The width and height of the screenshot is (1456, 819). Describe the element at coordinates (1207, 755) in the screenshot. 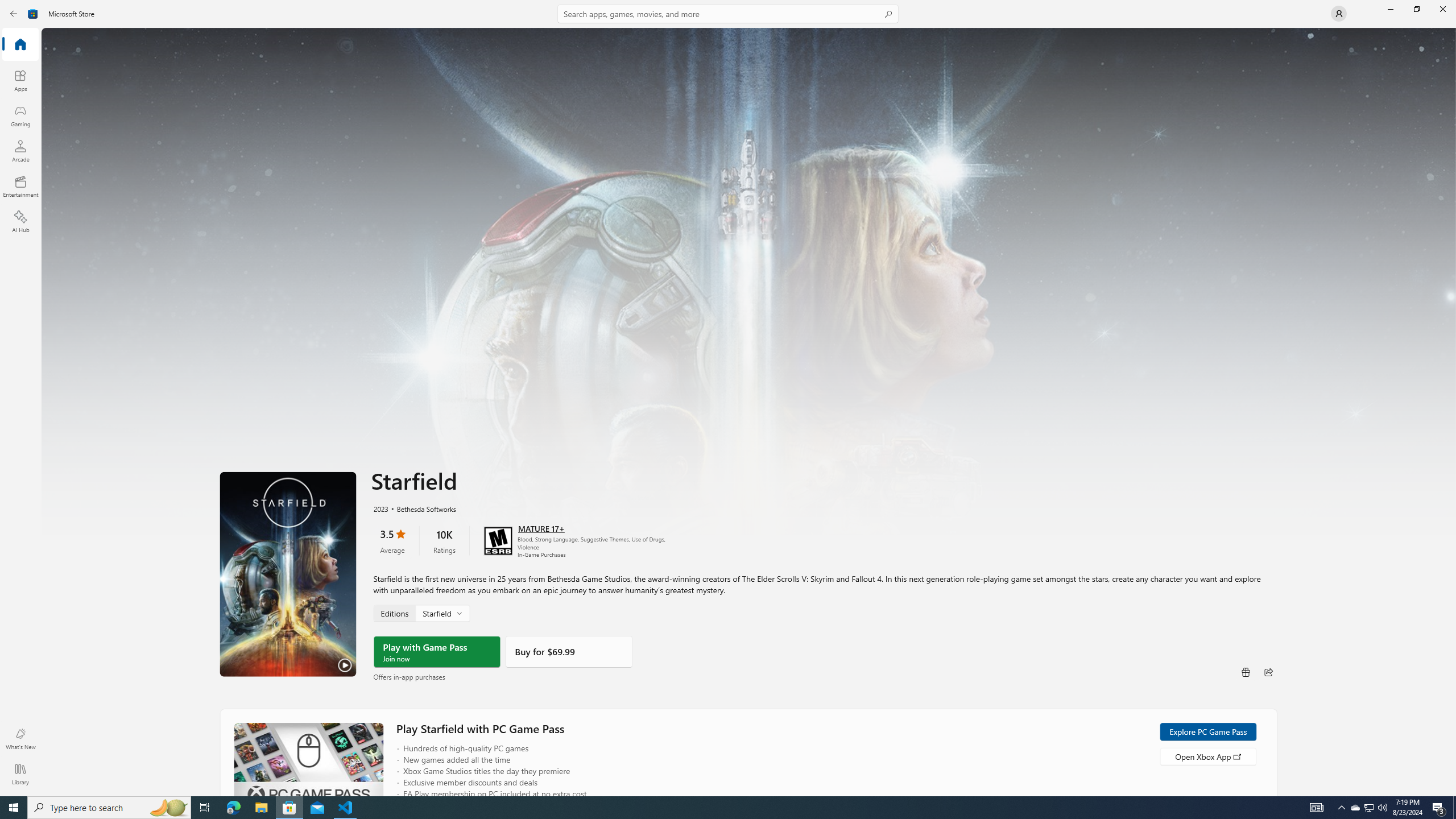

I see `'Open Xbox App'` at that location.